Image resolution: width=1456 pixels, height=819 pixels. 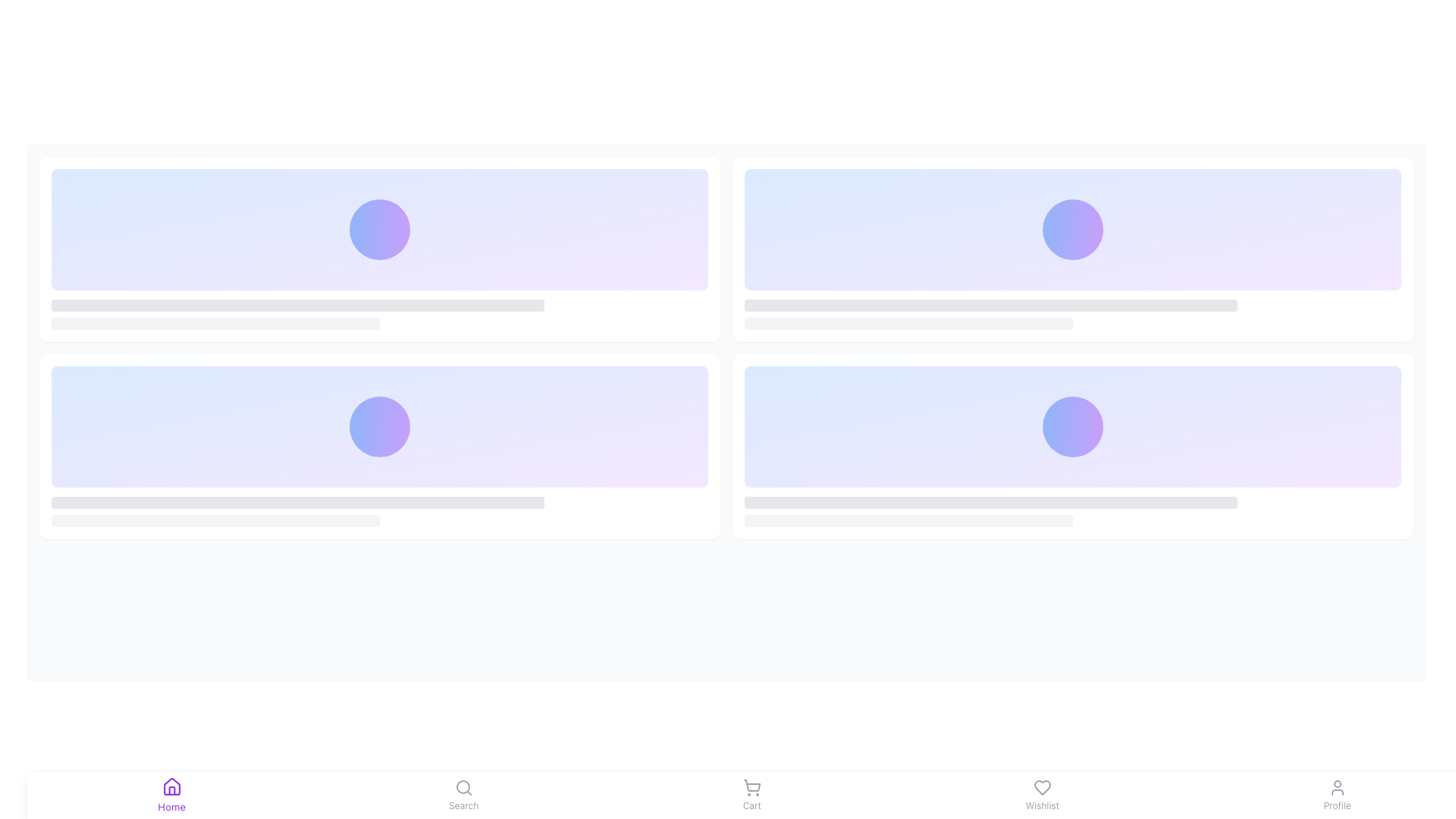 I want to click on the progress bar located beneath the wider bar, which has a light gray background and rounded corners, centered horizontally in the lower-right quadrant of the layout, so click(x=908, y=323).